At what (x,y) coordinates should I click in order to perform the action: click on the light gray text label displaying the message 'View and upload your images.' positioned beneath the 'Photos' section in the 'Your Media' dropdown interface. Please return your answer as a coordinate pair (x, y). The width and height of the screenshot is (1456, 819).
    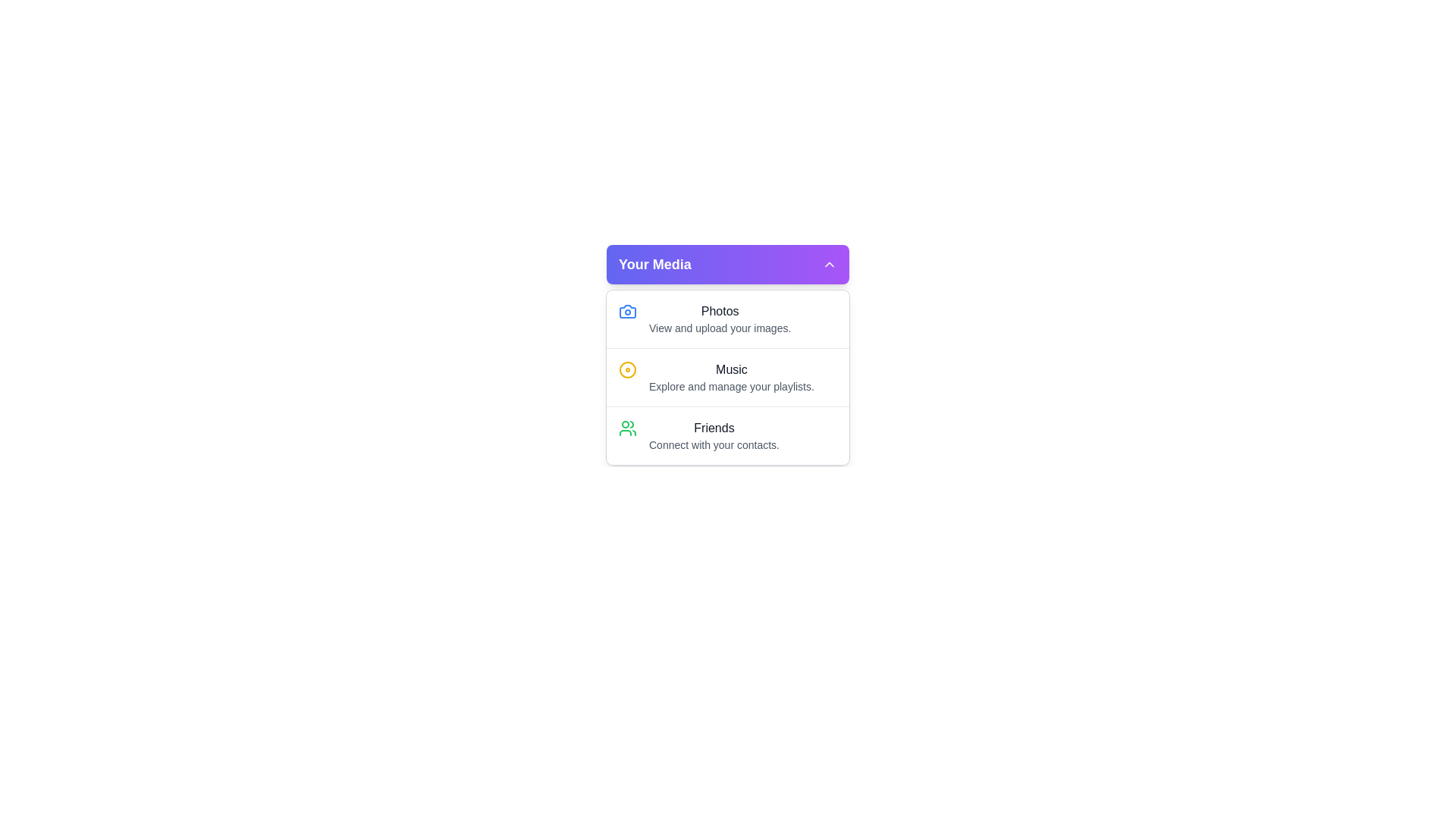
    Looking at the image, I should click on (719, 327).